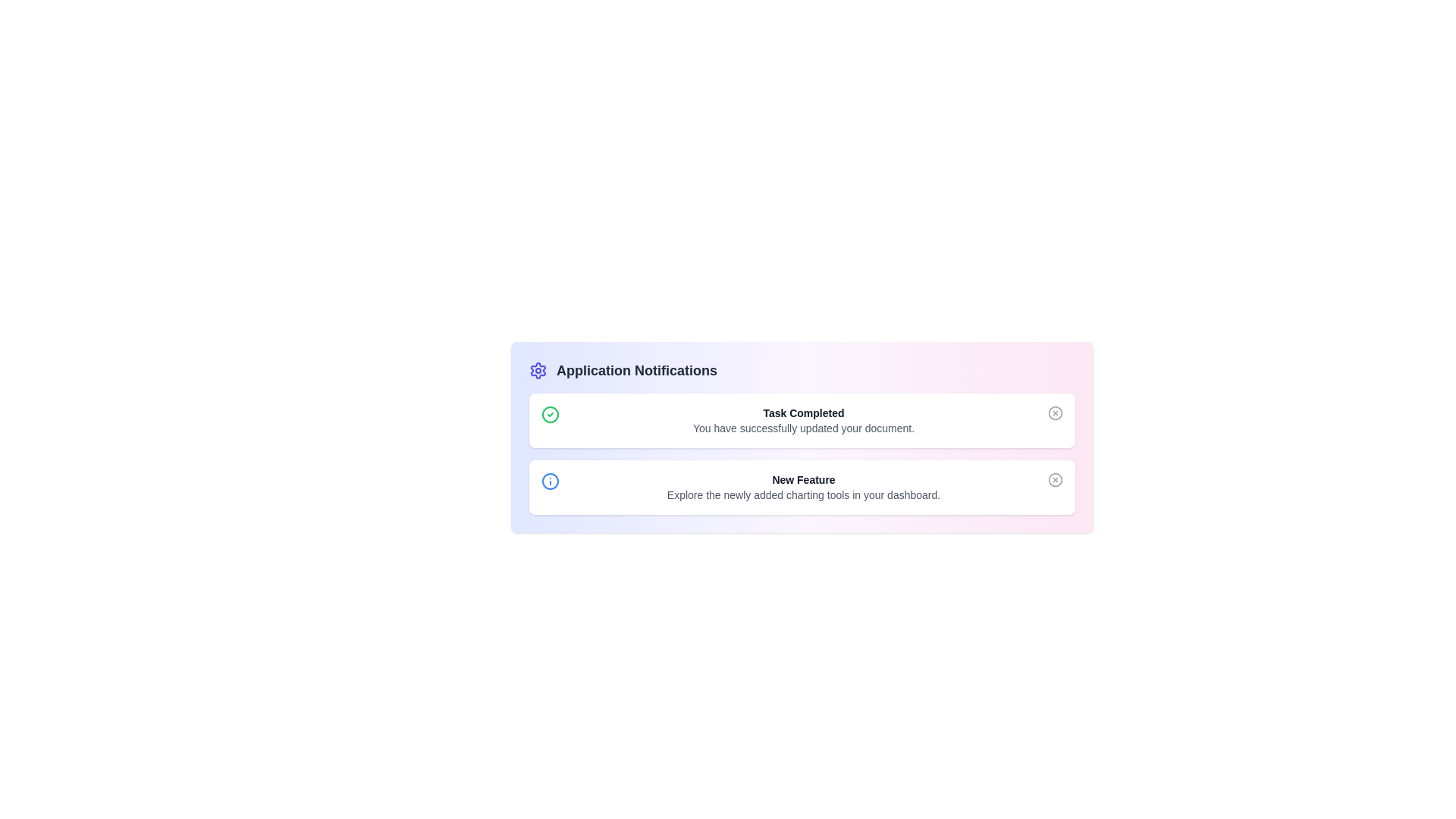 The image size is (1456, 819). Describe the element at coordinates (538, 371) in the screenshot. I see `the settings icon to open the settings menu` at that location.